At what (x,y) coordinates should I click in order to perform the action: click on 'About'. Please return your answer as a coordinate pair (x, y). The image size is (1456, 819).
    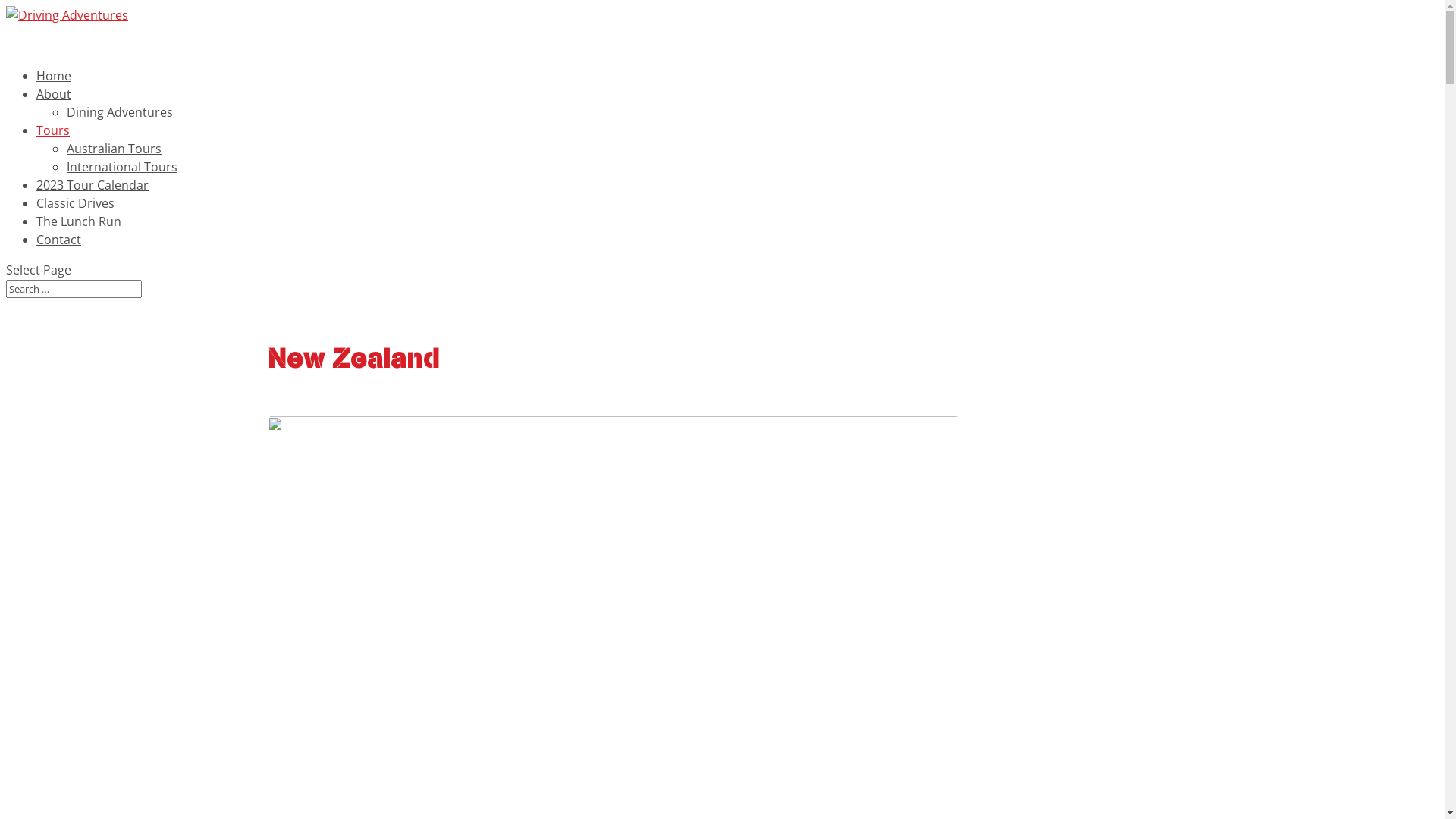
    Looking at the image, I should click on (54, 108).